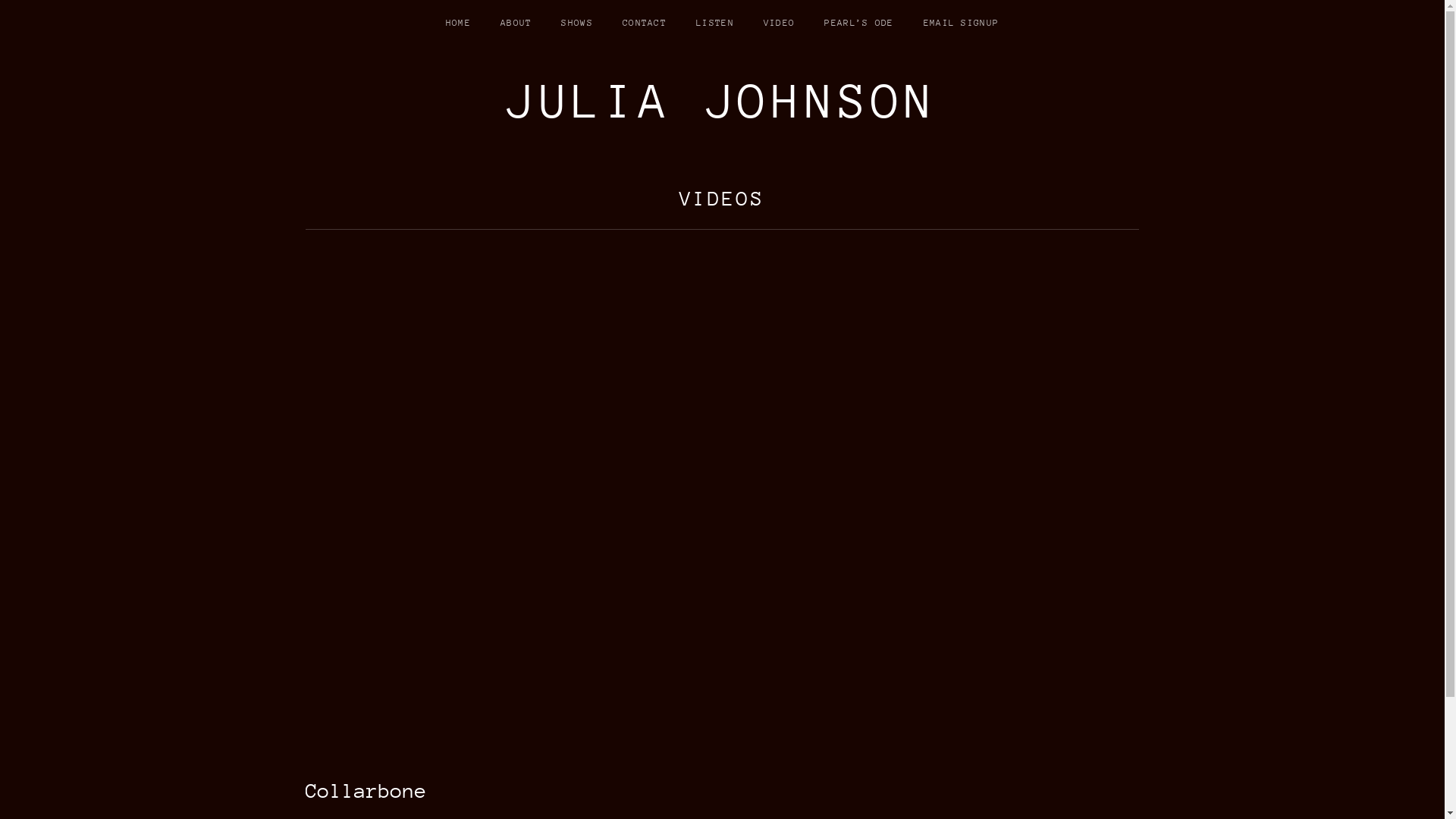  Describe the element at coordinates (714, 23) in the screenshot. I see `'LISTEN'` at that location.